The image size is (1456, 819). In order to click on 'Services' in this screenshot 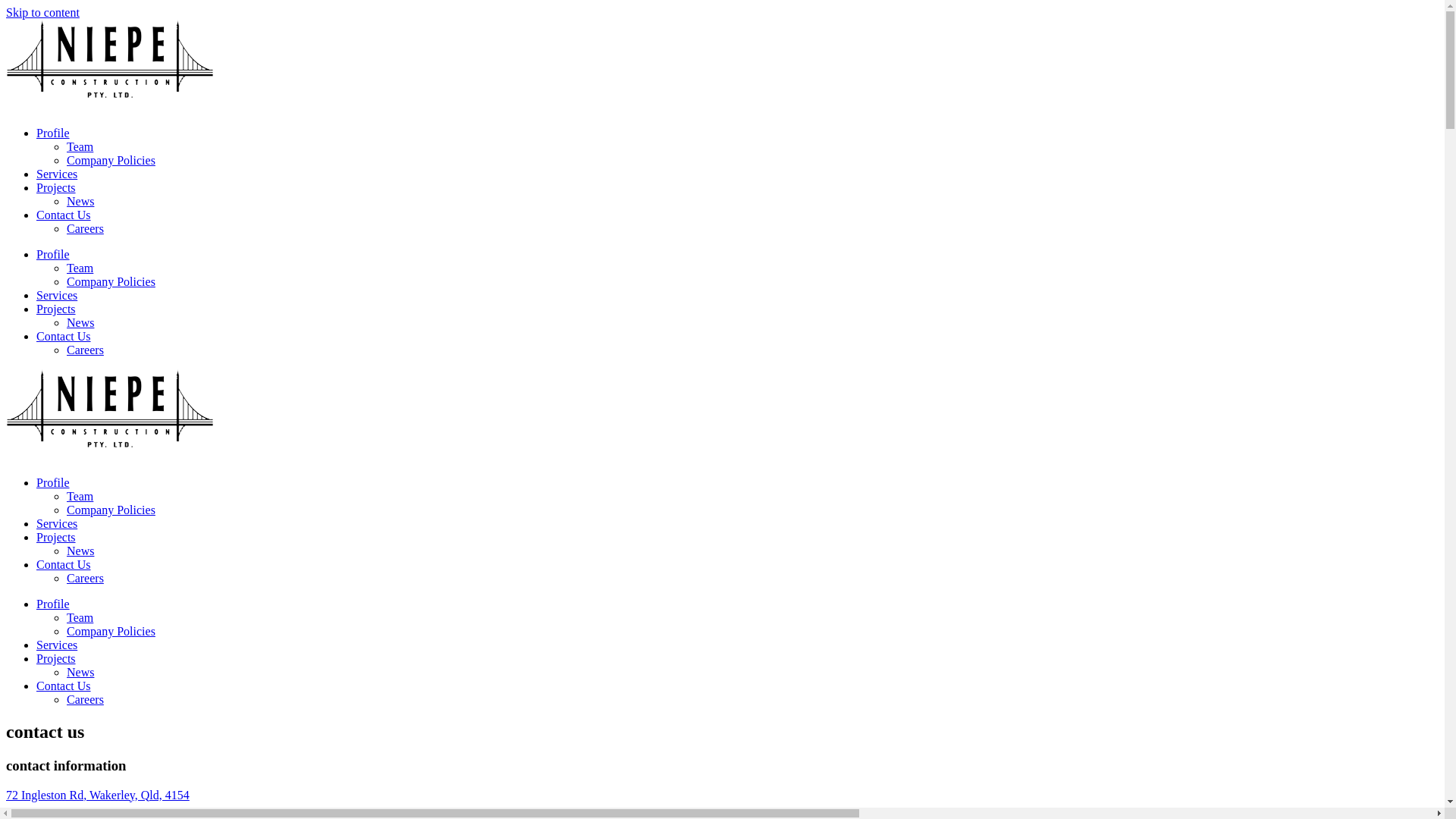, I will do `click(57, 173)`.